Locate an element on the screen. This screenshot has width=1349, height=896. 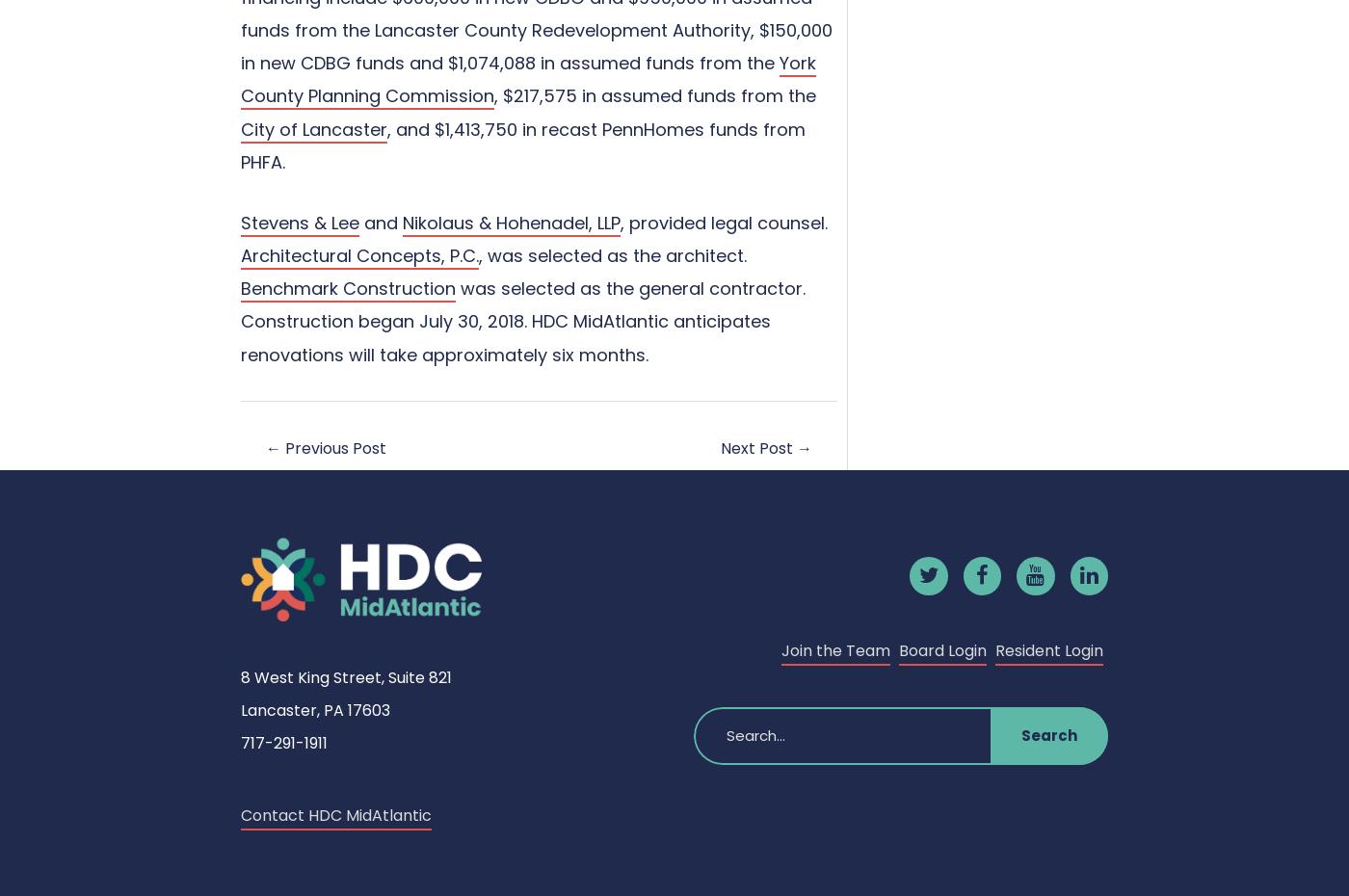
'Nikolaus & Hohenadel, LLP' is located at coordinates (512, 221).